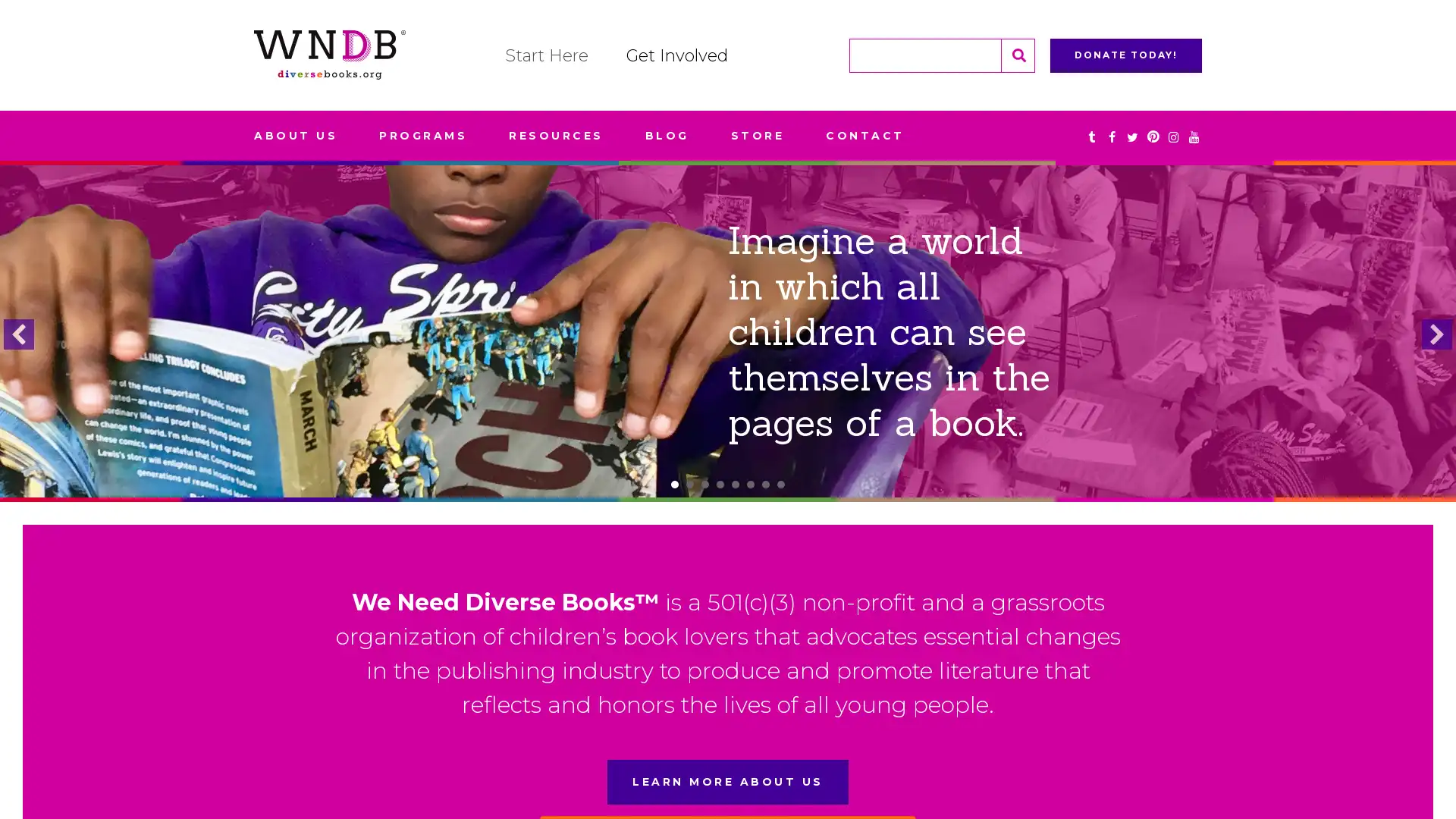 The image size is (1456, 819). I want to click on MORE ABOUT THE 2022 WALTER AWARDS, so click(726, 384).